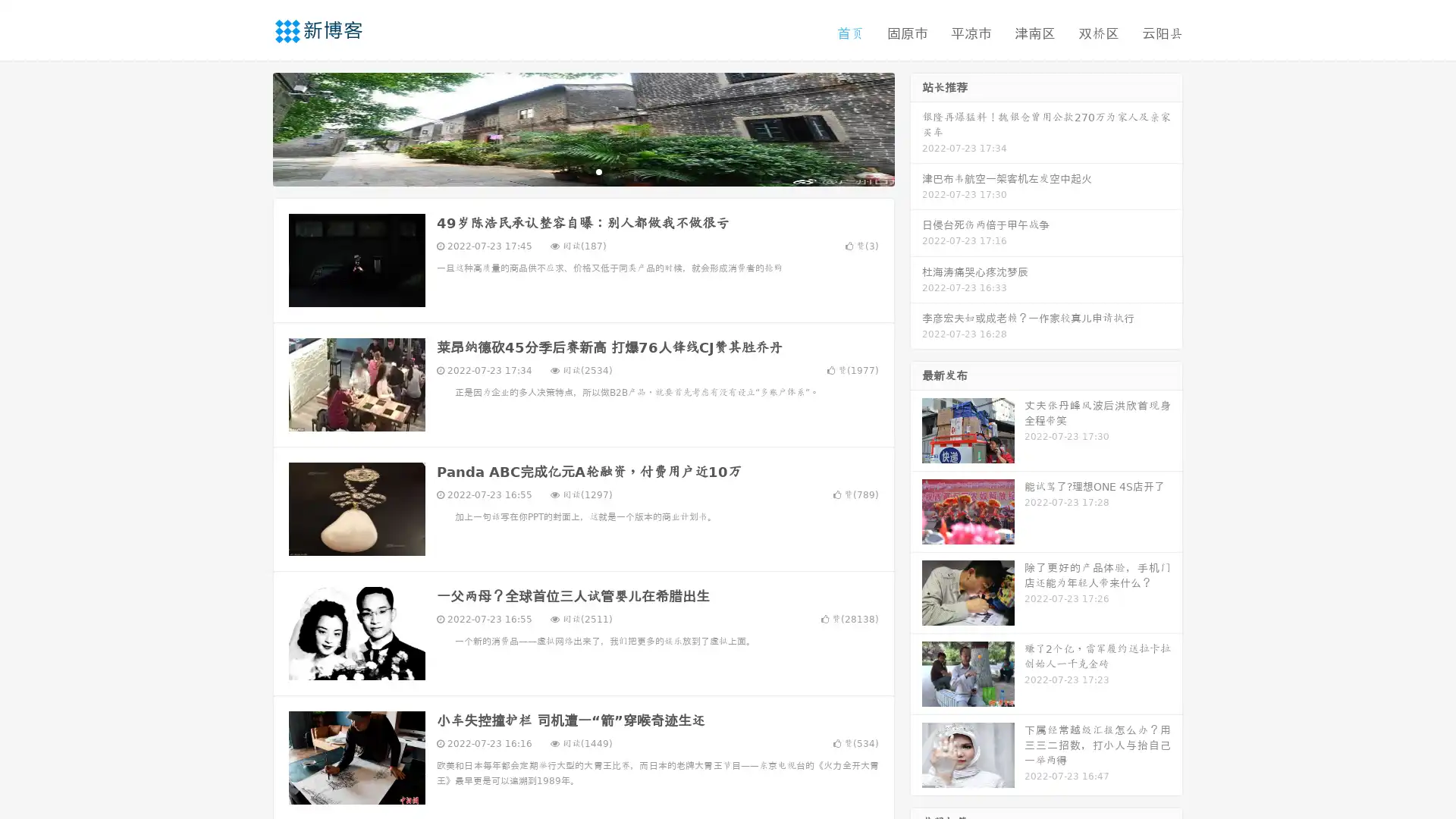  What do you see at coordinates (916, 127) in the screenshot?
I see `Next slide` at bounding box center [916, 127].